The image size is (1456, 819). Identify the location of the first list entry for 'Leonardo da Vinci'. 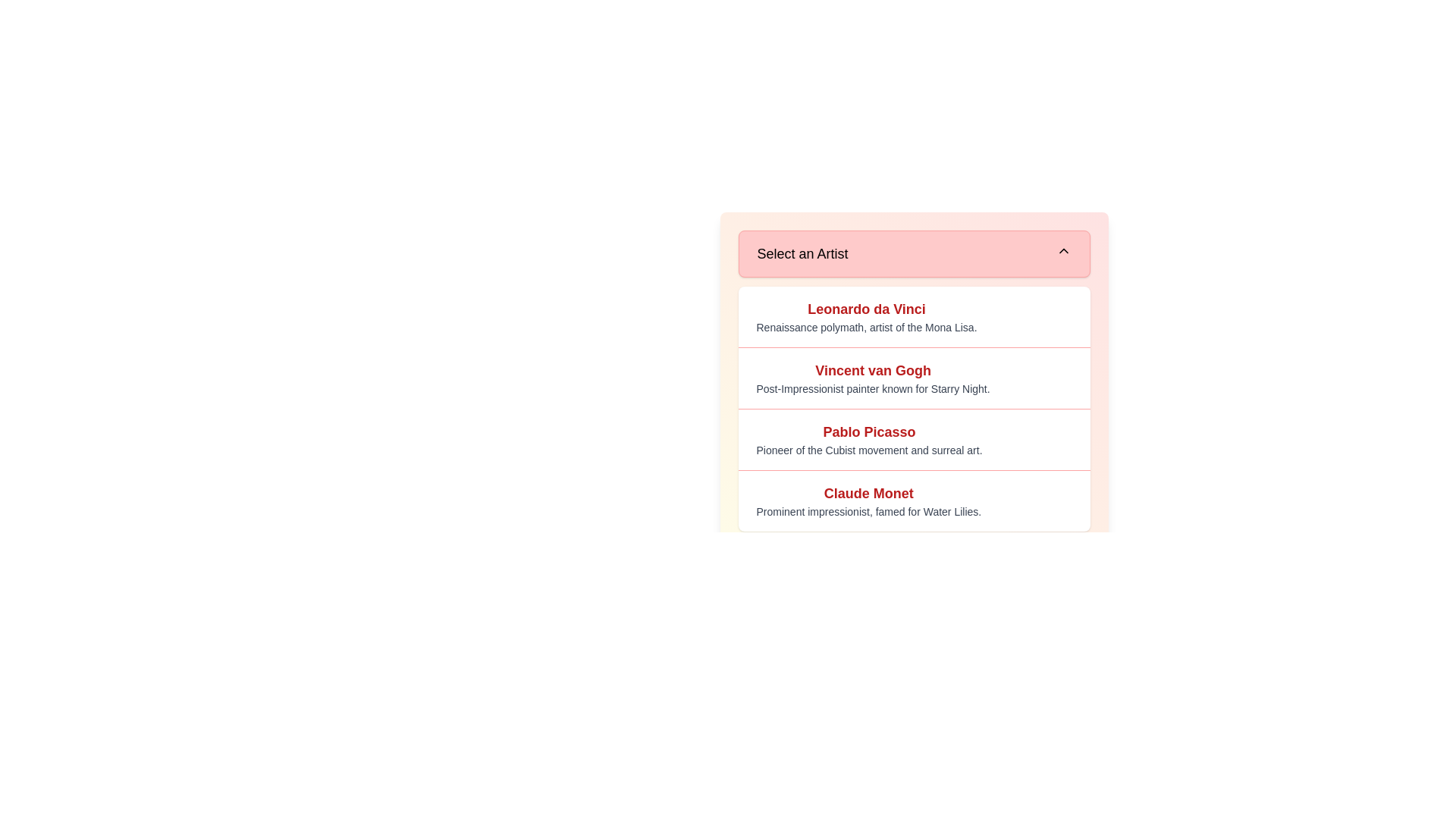
(866, 315).